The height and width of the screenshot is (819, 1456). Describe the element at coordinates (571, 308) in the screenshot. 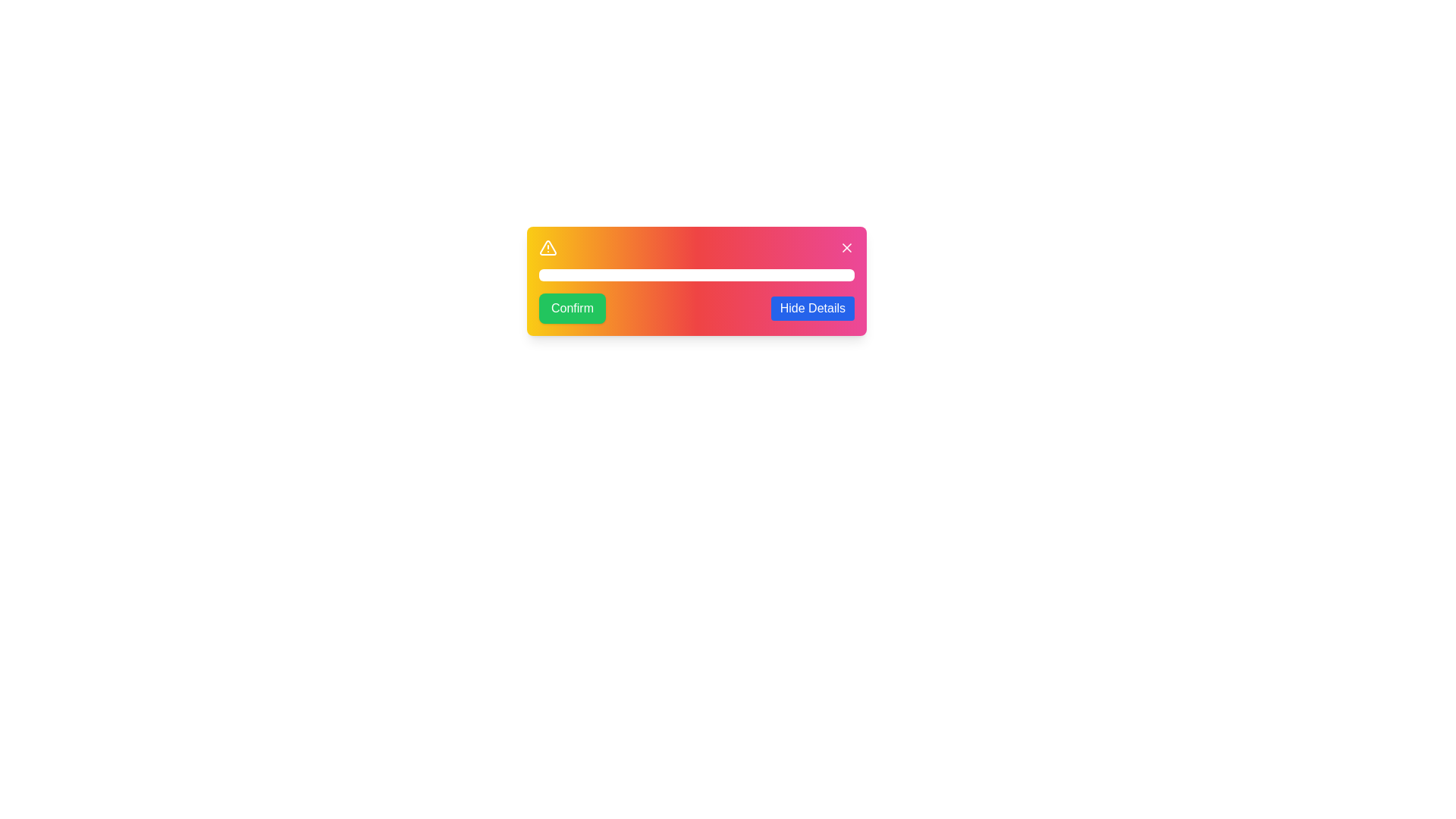

I see `the 'Confirm' button, which is a rectangular button with a green background and white text` at that location.